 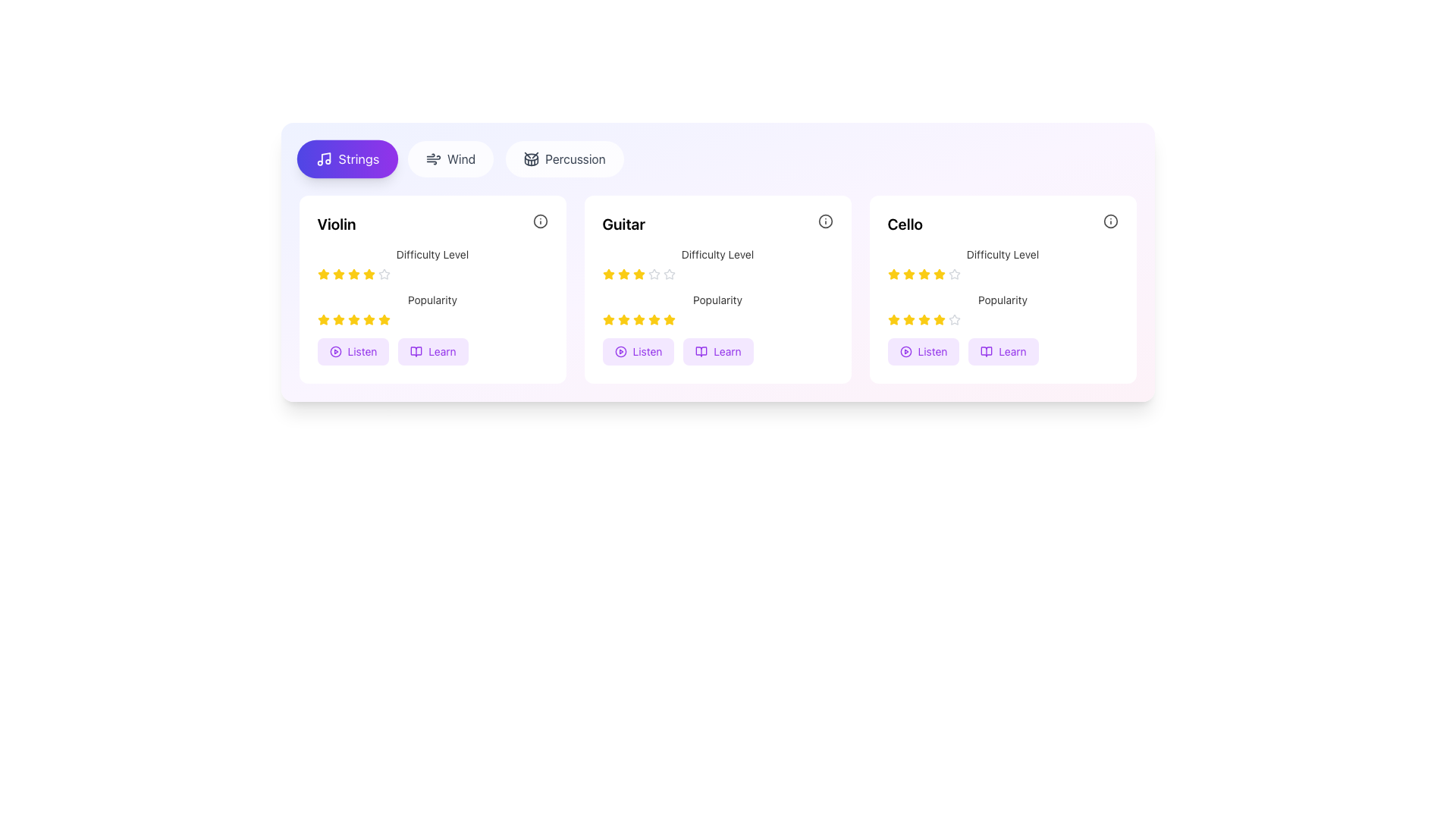 I want to click on text 'Guitar' displayed on the bold text label located at the top-left corner of the content card, so click(x=623, y=224).